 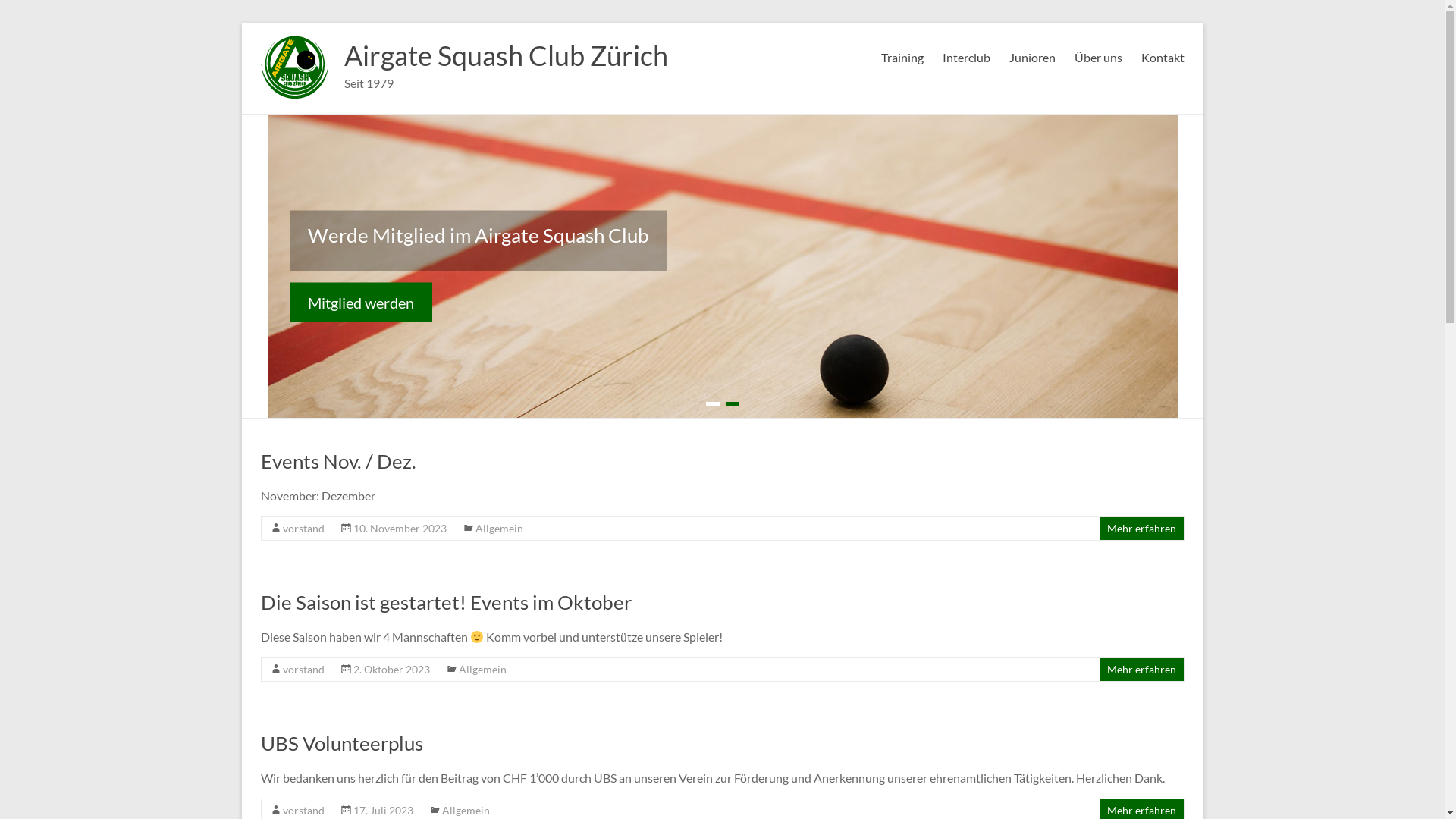 What do you see at coordinates (337, 460) in the screenshot?
I see `'Events Nov. / Dez.'` at bounding box center [337, 460].